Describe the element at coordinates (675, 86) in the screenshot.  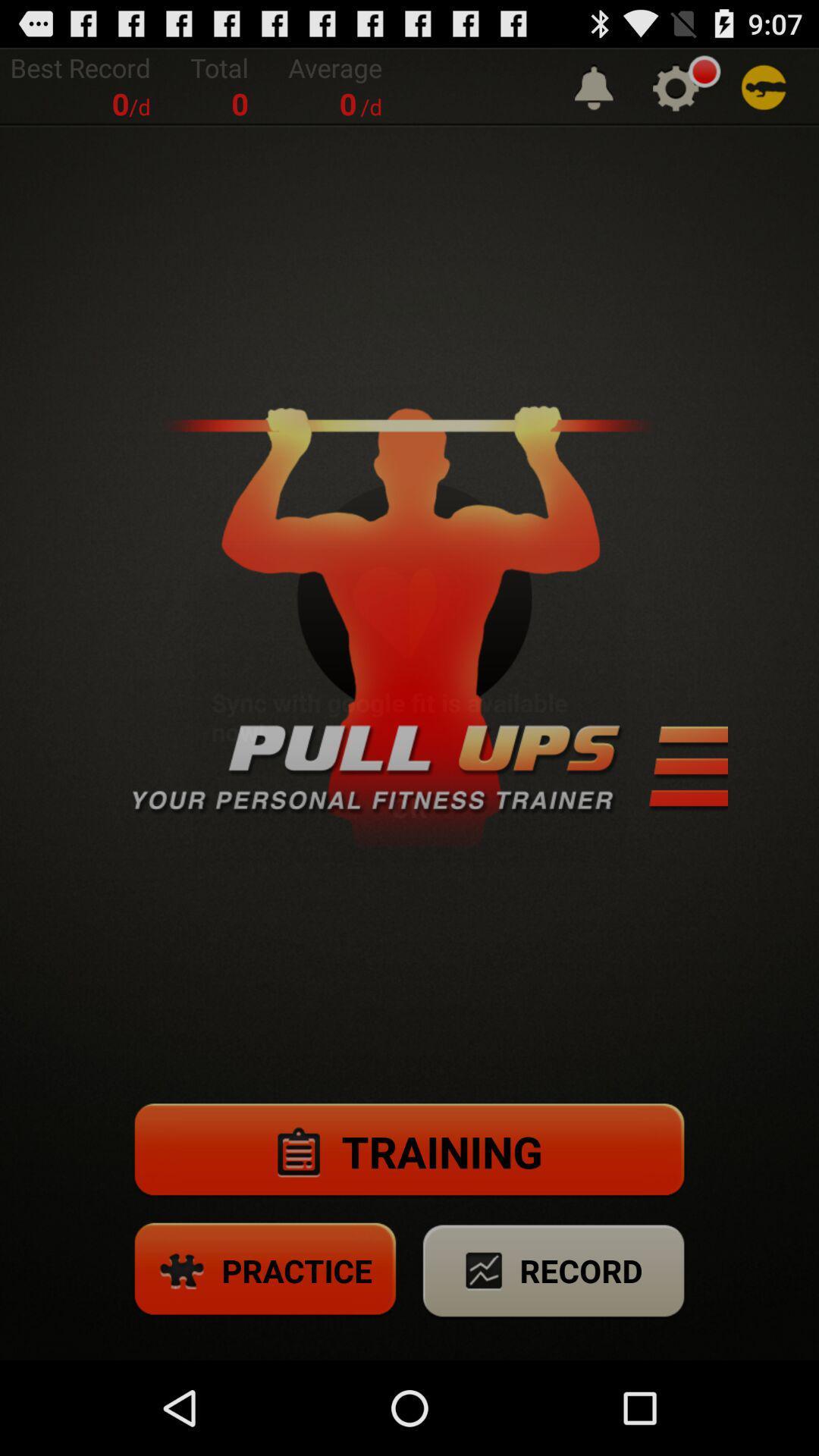
I see `click for settings` at that location.